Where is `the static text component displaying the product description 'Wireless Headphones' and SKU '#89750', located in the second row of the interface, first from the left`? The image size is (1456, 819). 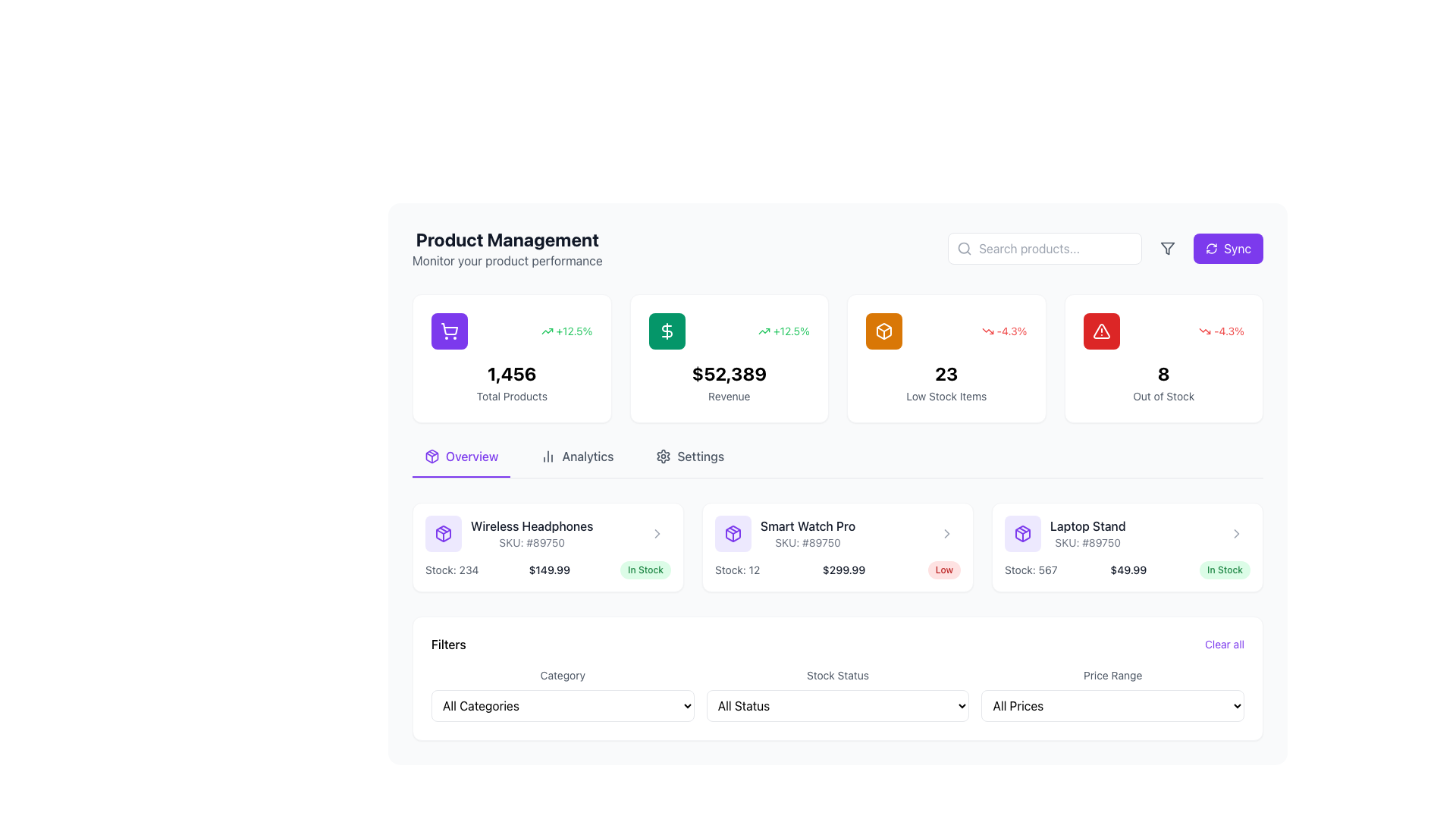 the static text component displaying the product description 'Wireless Headphones' and SKU '#89750', located in the second row of the interface, first from the left is located at coordinates (532, 533).